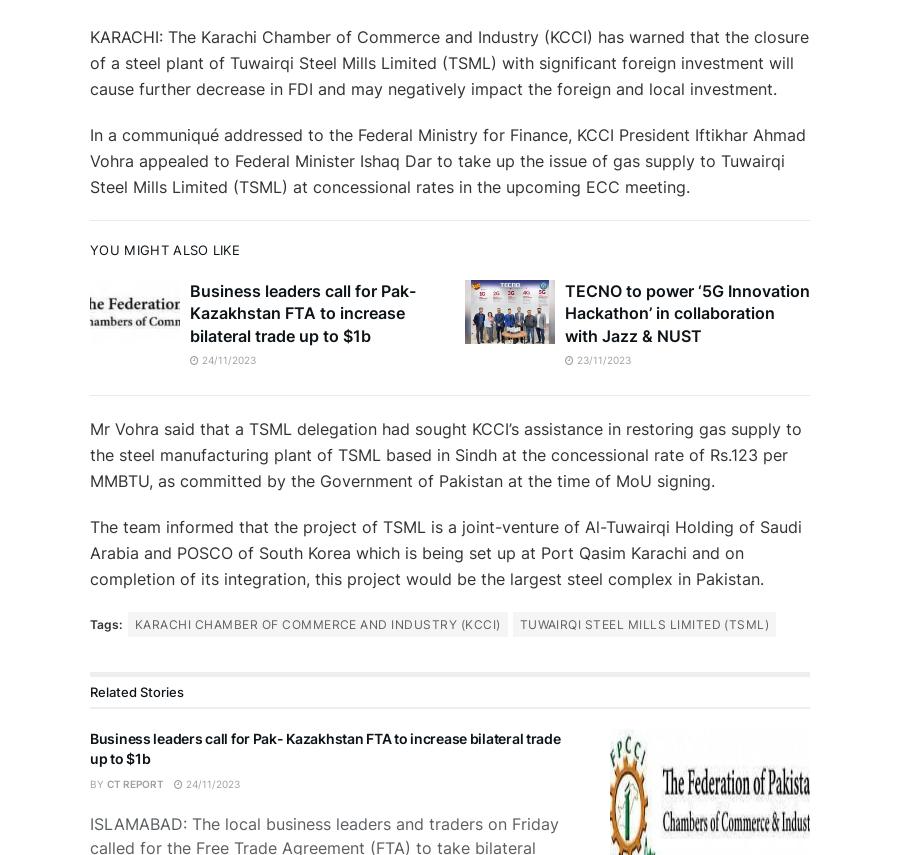 The image size is (900, 855). What do you see at coordinates (449, 60) in the screenshot?
I see `'KARACHI: The Karachi Chamber of Commerce and Industry (KCCI) has warned that the closure of a steel plant of Tuwairqi Steel Mills Limited (TSML) with significant foreign investment will cause further decrease in FDI and may negatively impact the foreign and local investment.'` at bounding box center [449, 60].